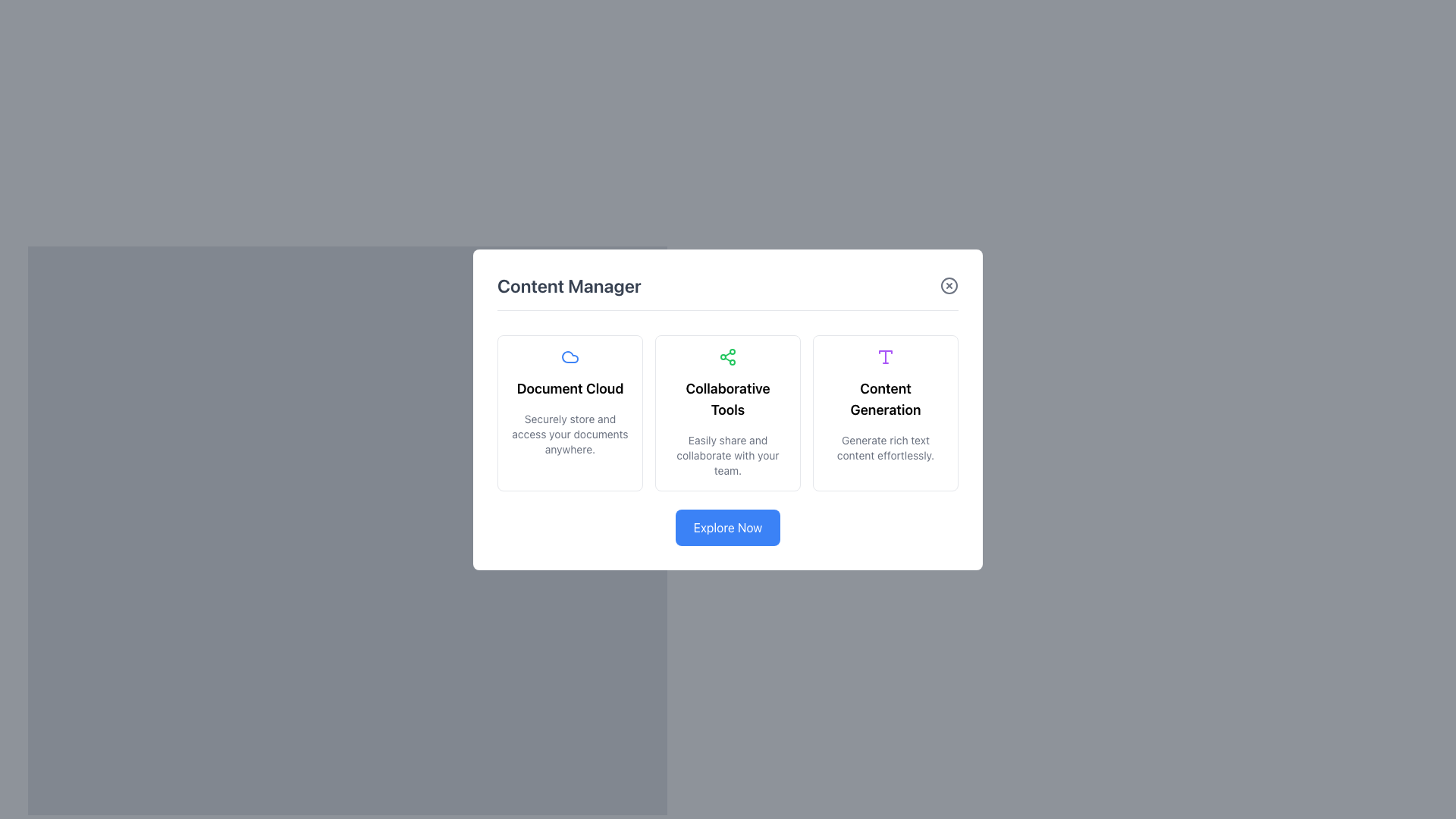 The image size is (1456, 819). Describe the element at coordinates (949, 285) in the screenshot. I see `the SVG Circle element which serves as the close button in the top-right area of the modal window to trigger possible hover effects` at that location.